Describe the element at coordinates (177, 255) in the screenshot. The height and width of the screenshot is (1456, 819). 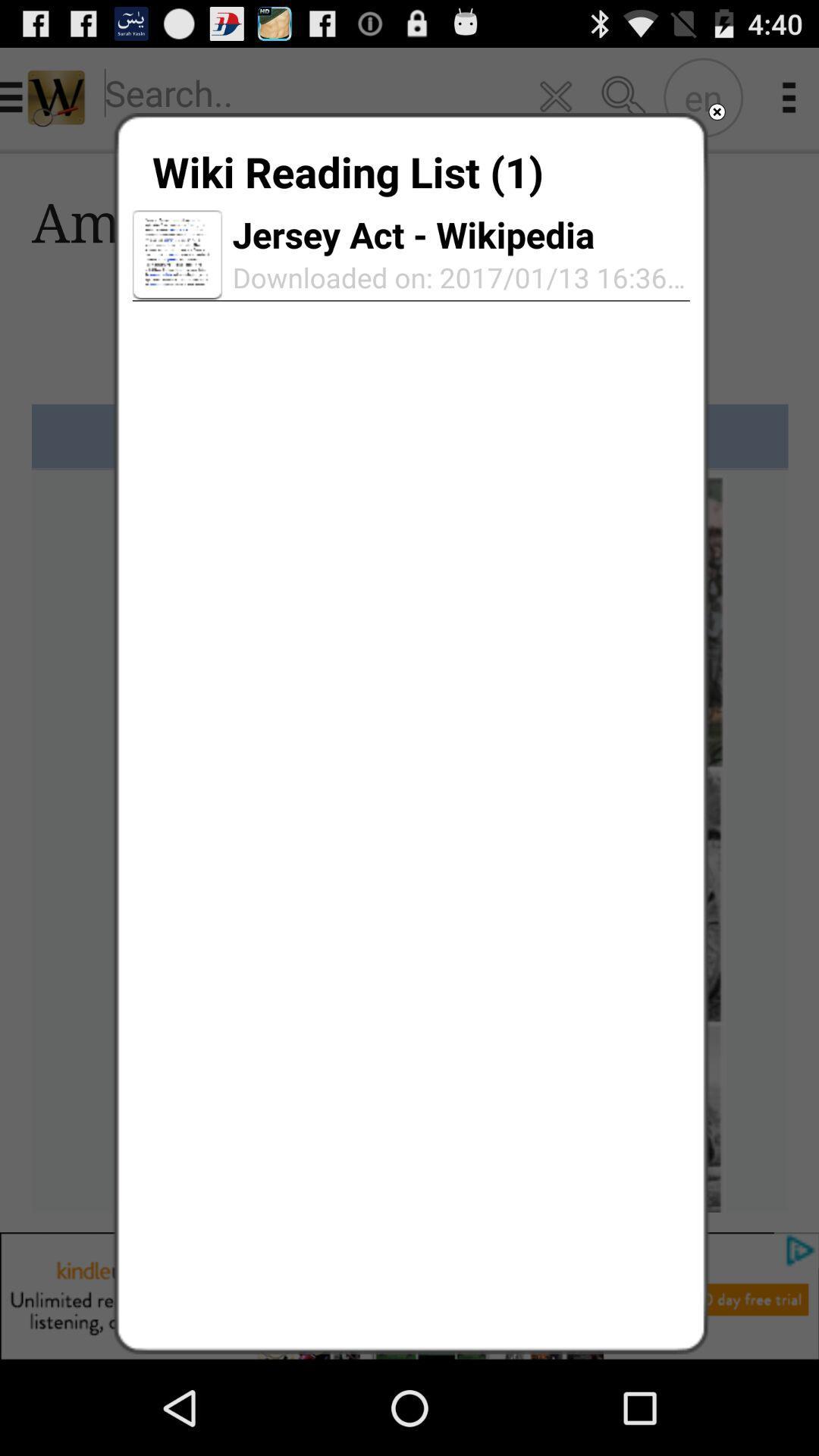
I see `app below wiki reading list icon` at that location.